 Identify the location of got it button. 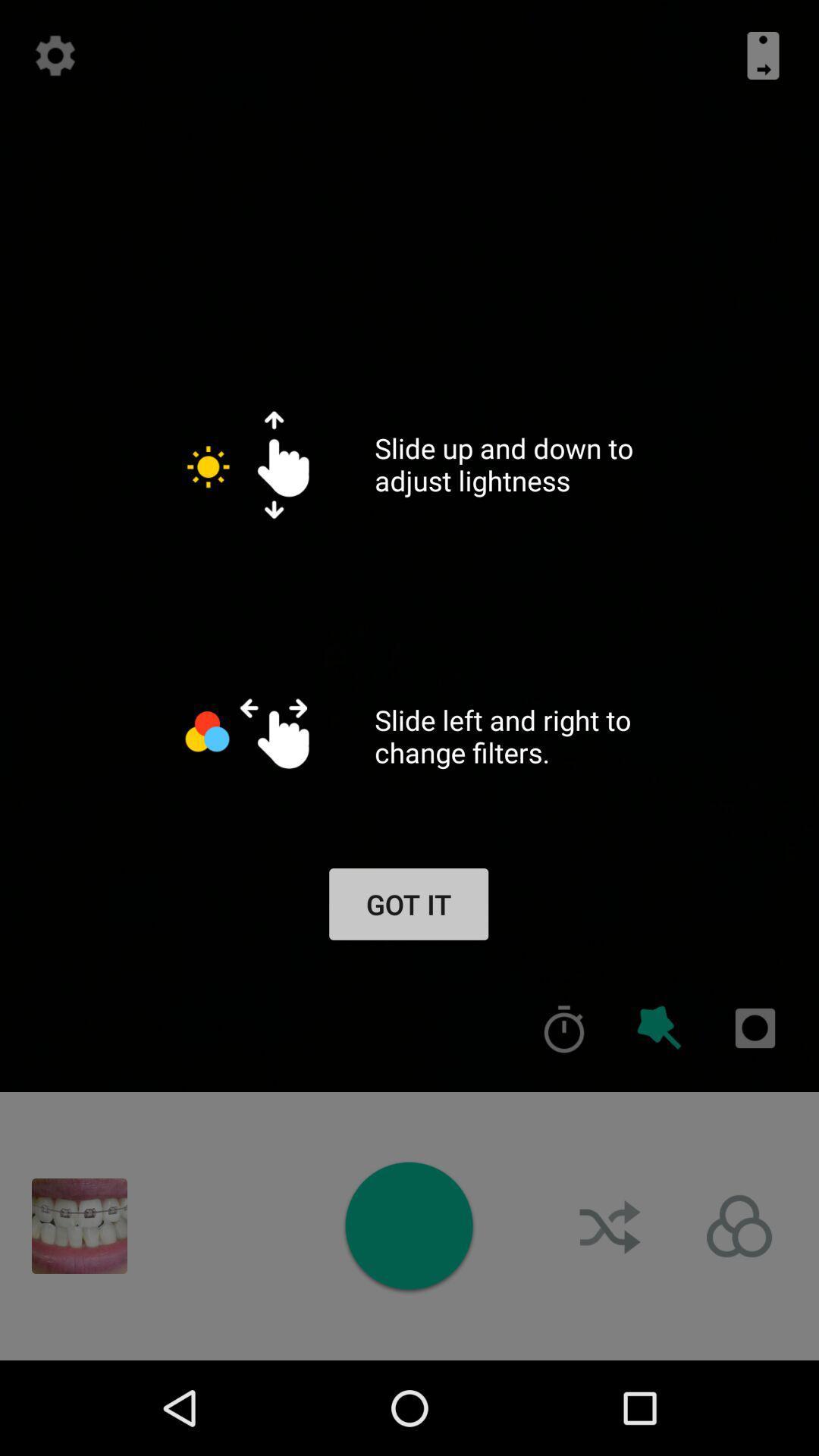
(408, 904).